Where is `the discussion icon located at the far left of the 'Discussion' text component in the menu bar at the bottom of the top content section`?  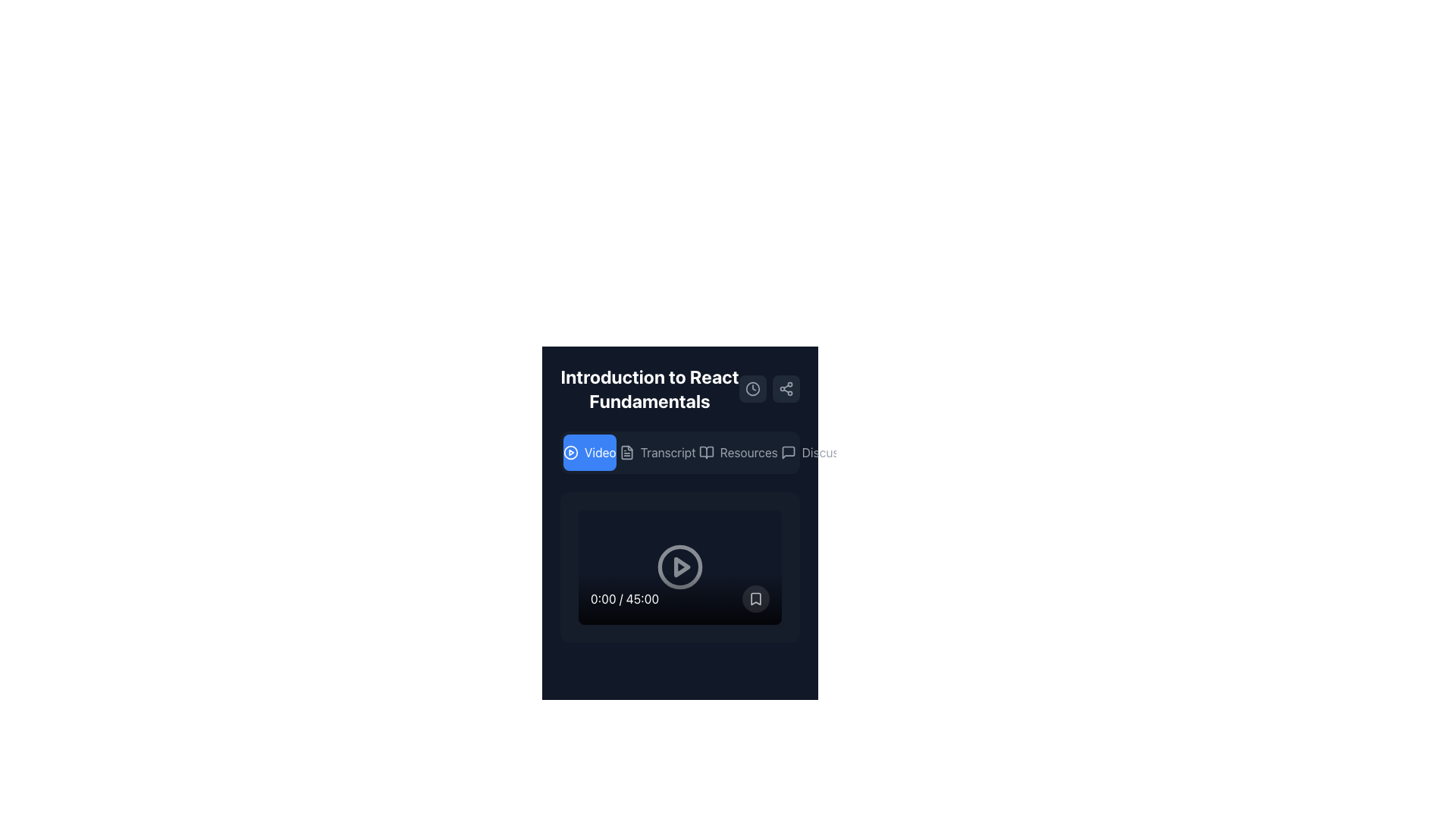 the discussion icon located at the far left of the 'Discussion' text component in the menu bar at the bottom of the top content section is located at coordinates (788, 452).